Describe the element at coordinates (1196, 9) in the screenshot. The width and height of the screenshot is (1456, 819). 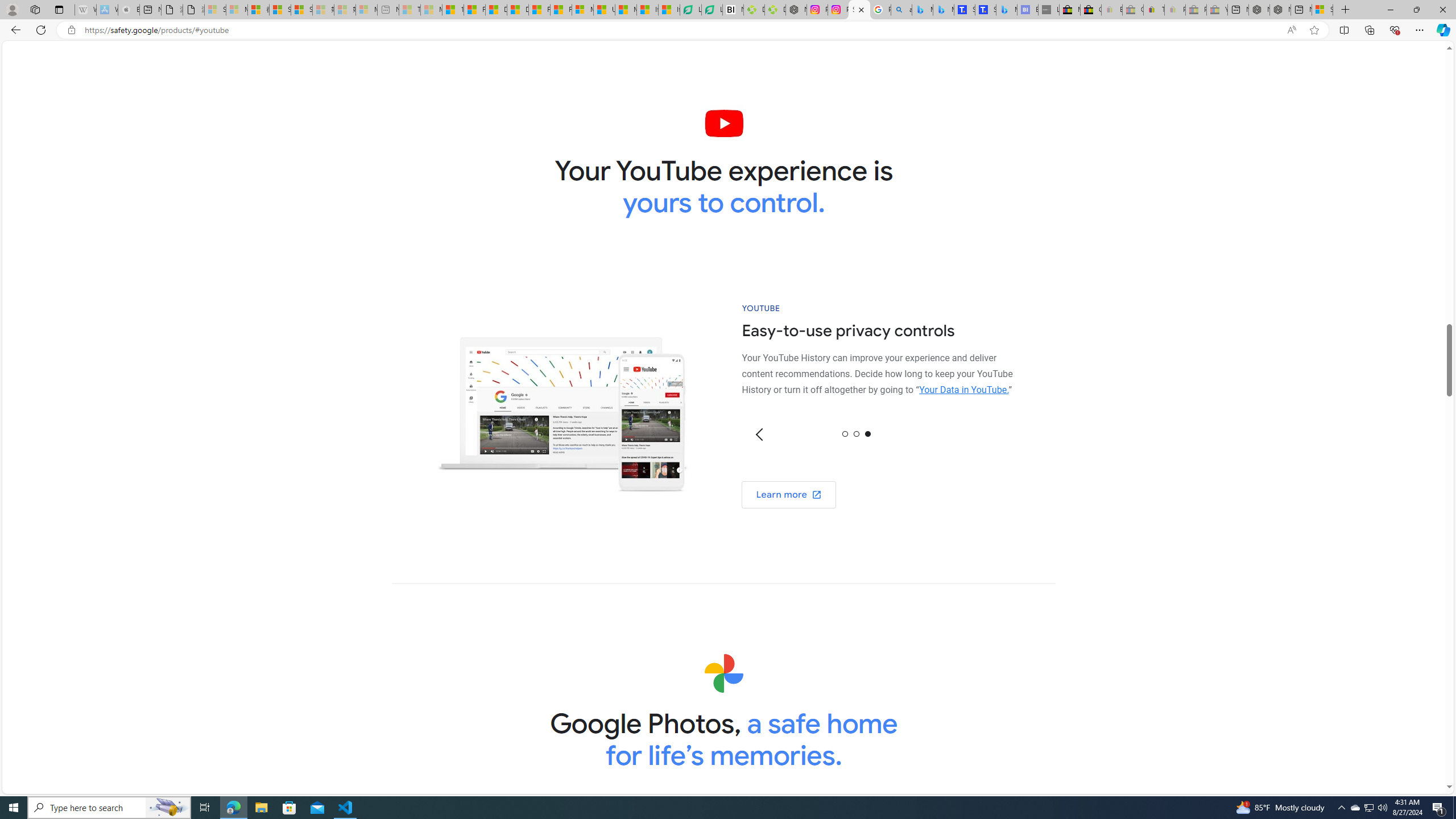
I see `'Press Room - eBay Inc. - Sleeping'` at that location.